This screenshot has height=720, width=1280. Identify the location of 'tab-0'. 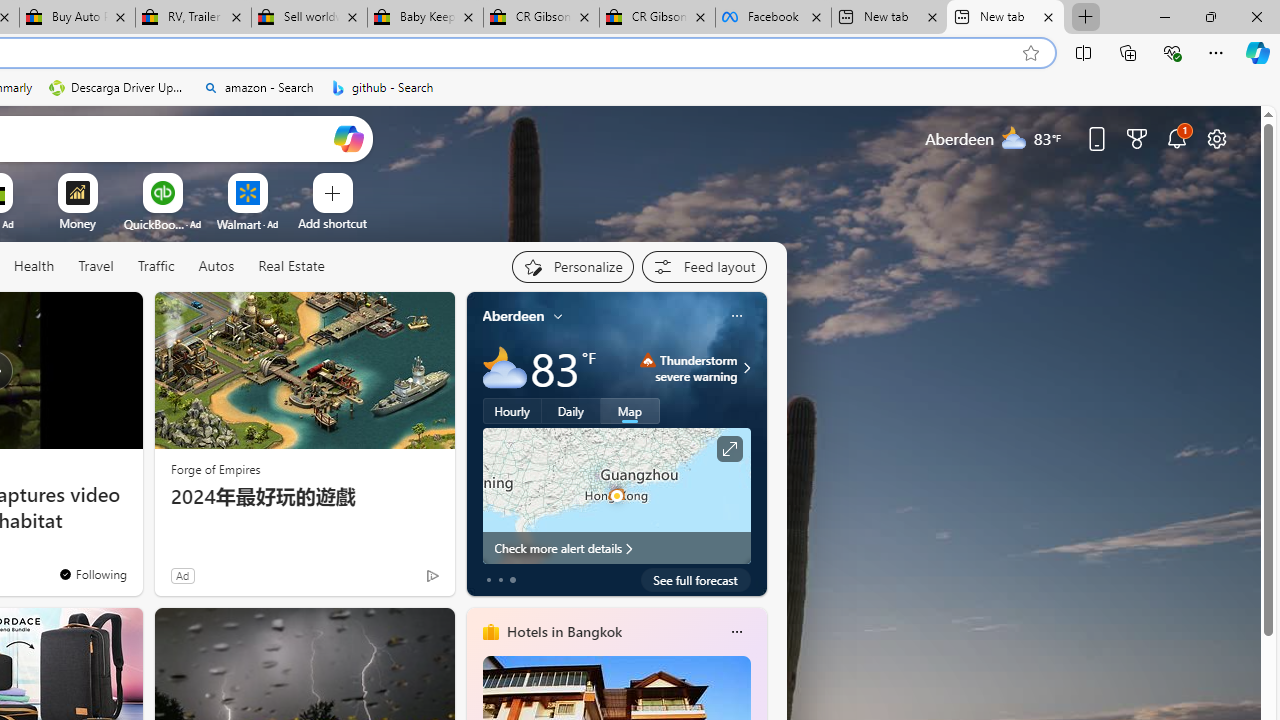
(488, 579).